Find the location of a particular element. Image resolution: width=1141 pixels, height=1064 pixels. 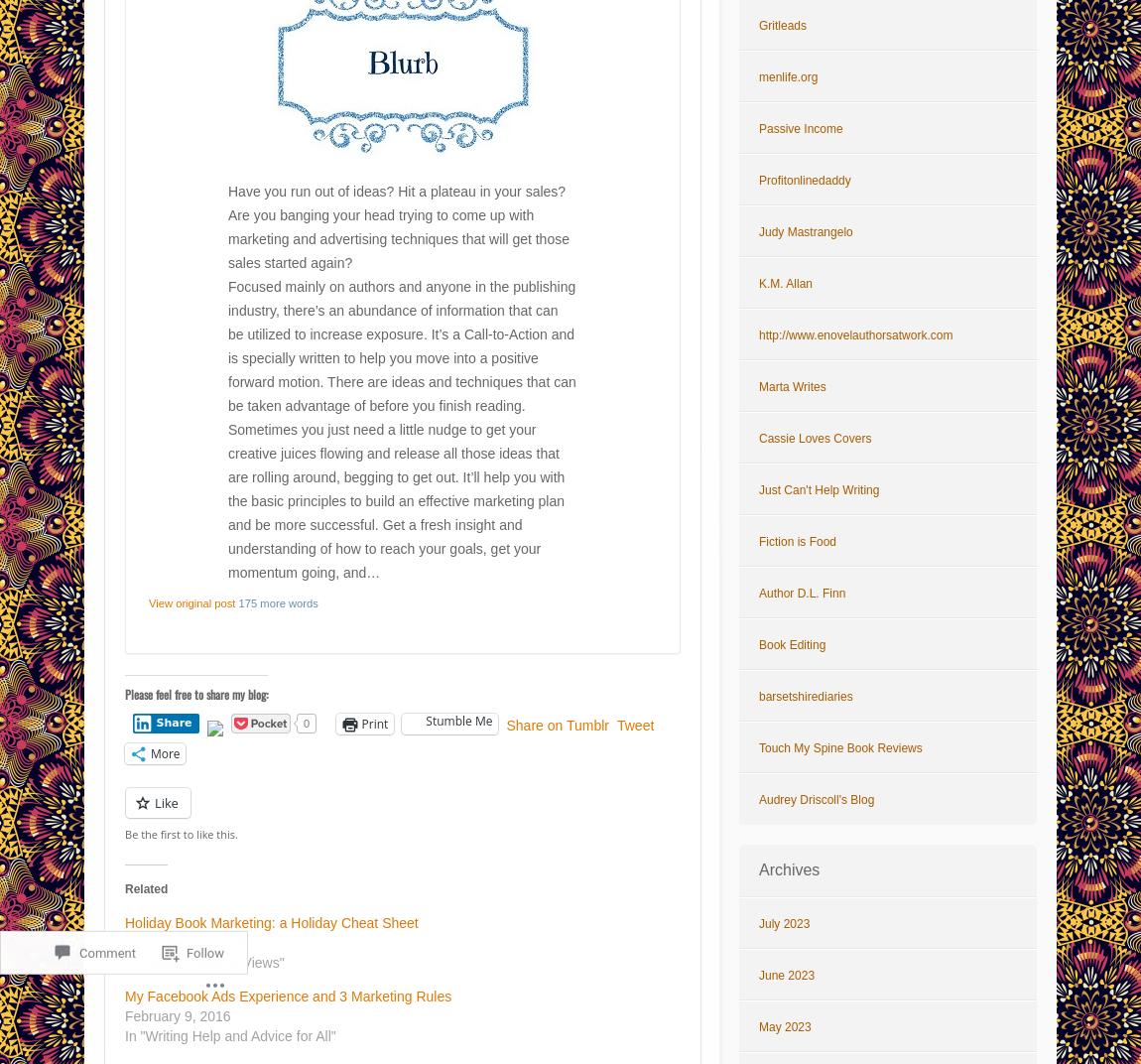

'Share' is located at coordinates (173, 721).